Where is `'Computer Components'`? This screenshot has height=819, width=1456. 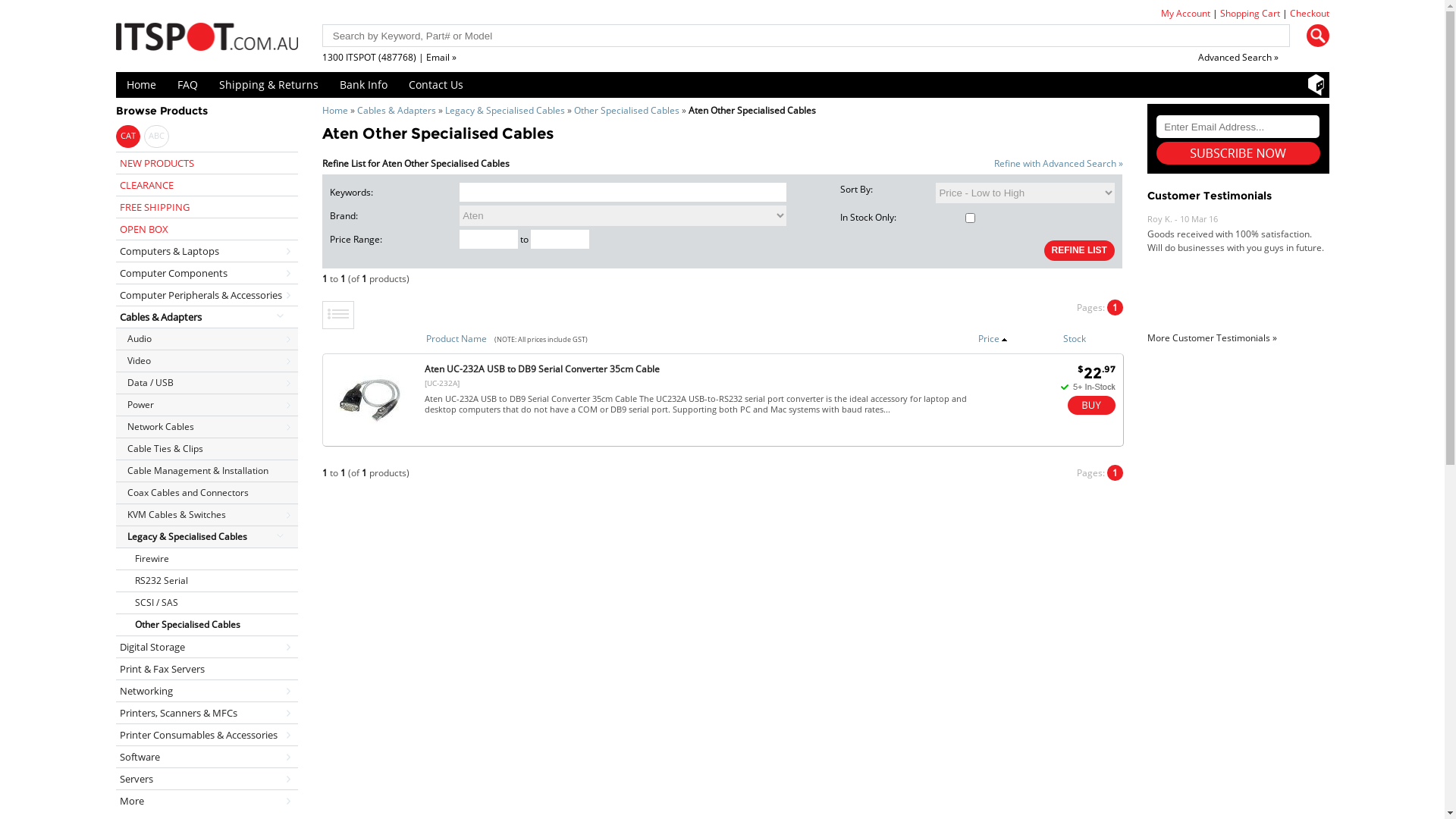
'Computer Components' is located at coordinates (206, 271).